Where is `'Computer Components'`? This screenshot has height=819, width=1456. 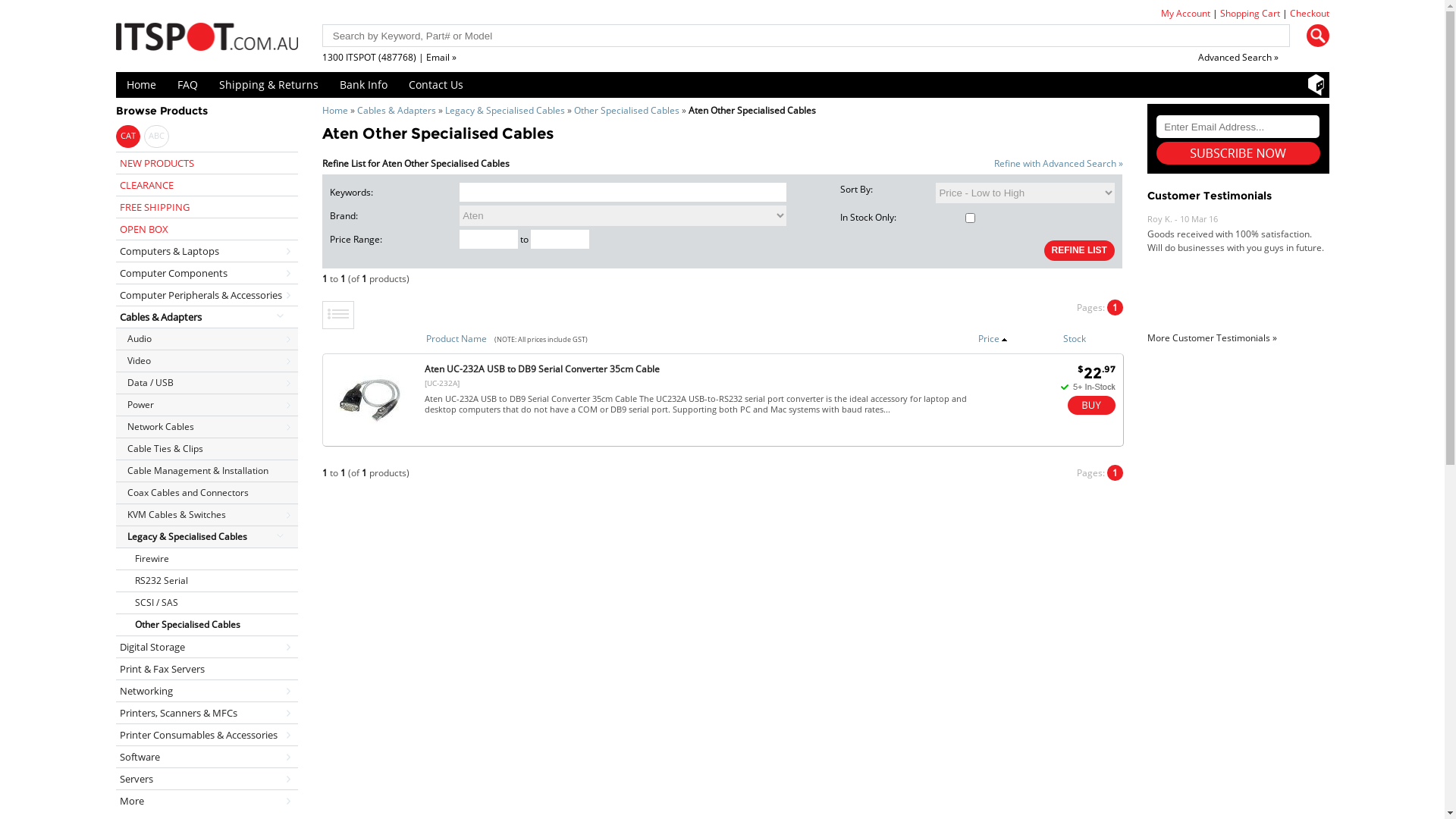
'Computer Components' is located at coordinates (206, 271).